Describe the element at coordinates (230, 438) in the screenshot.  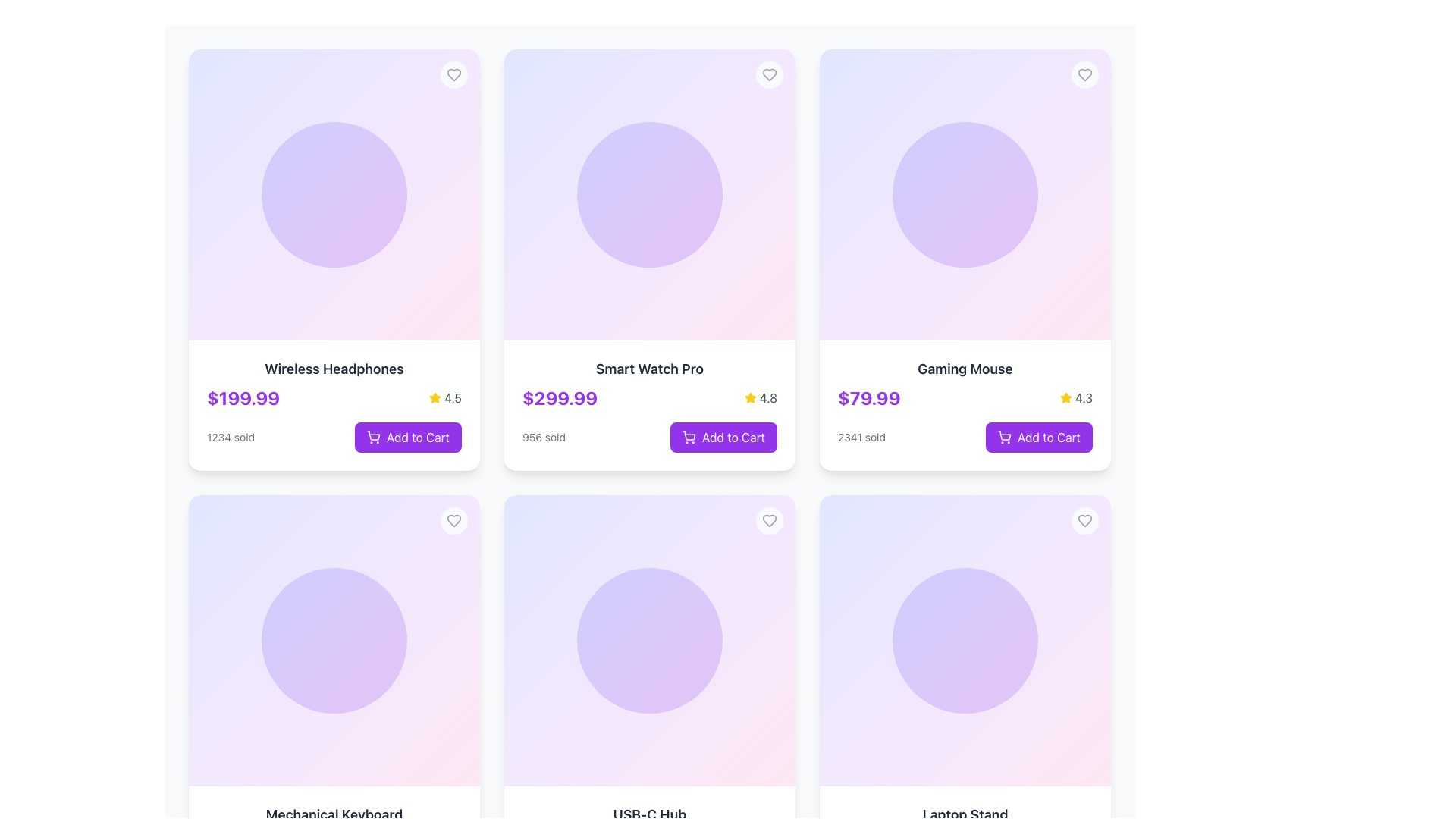
I see `sales number displayed in the text label showing '1234 sold', located below the product image and to the left of the 'Add to Cart' button` at that location.